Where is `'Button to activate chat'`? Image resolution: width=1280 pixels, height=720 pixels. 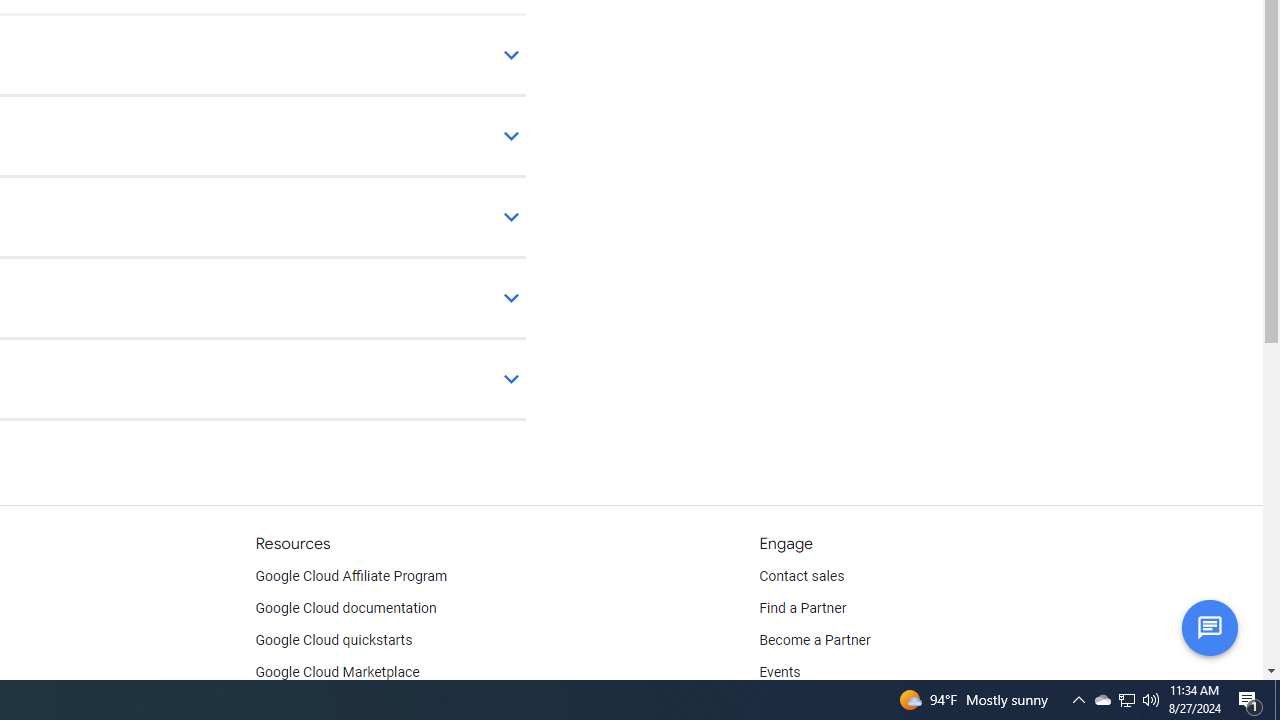 'Button to activate chat' is located at coordinates (1208, 626).